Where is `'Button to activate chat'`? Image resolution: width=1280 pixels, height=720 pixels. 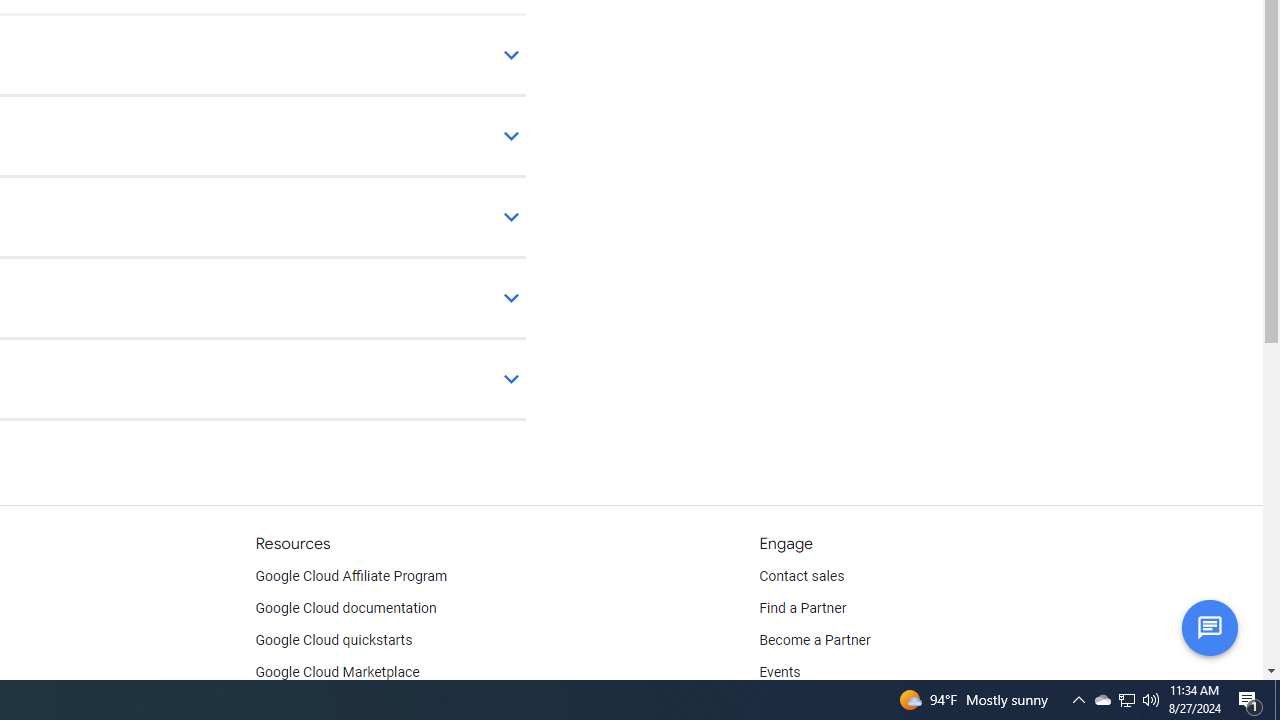 'Button to activate chat' is located at coordinates (1208, 626).